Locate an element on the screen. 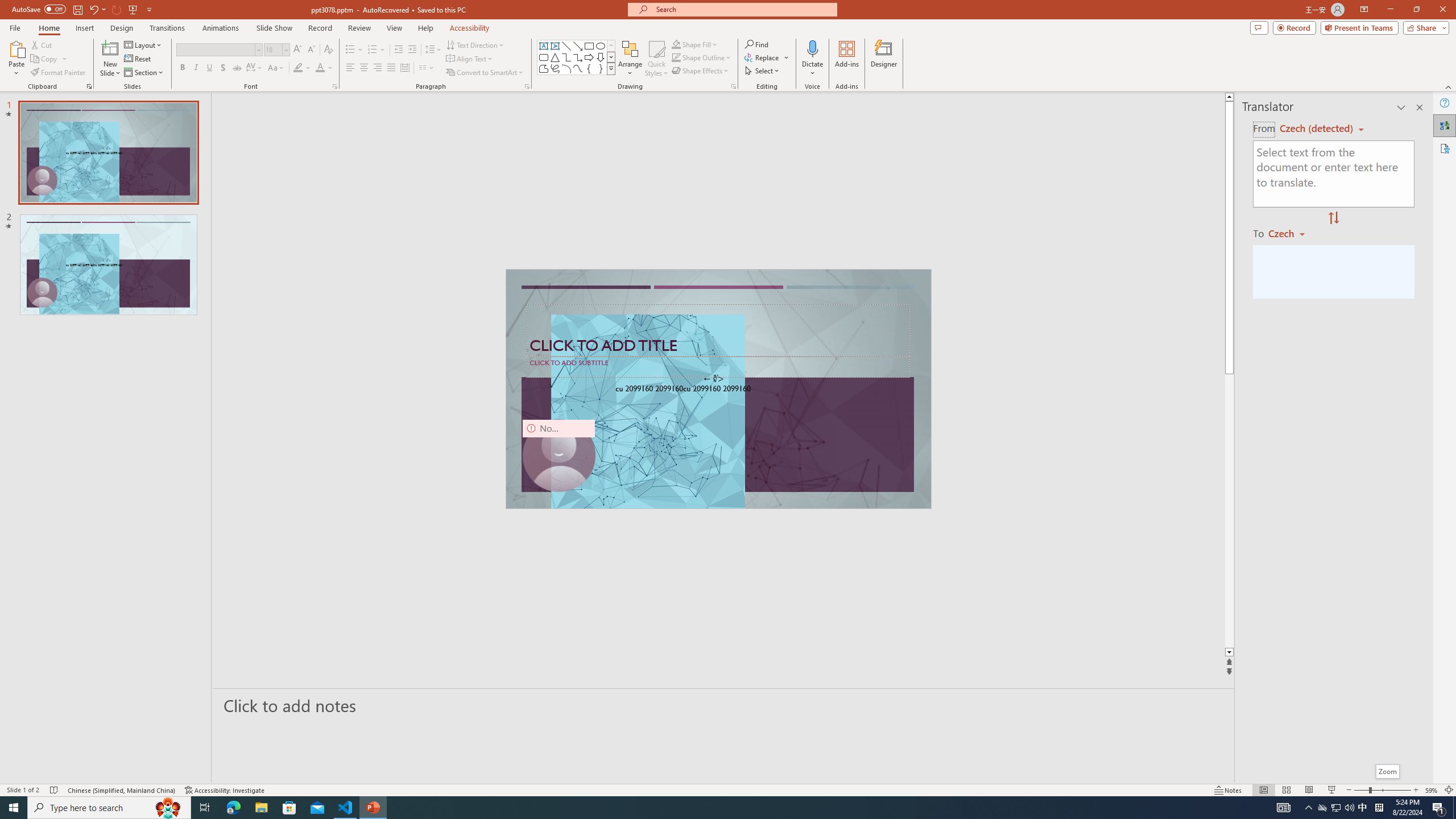  'TextBox 61' is located at coordinates (716, 390).